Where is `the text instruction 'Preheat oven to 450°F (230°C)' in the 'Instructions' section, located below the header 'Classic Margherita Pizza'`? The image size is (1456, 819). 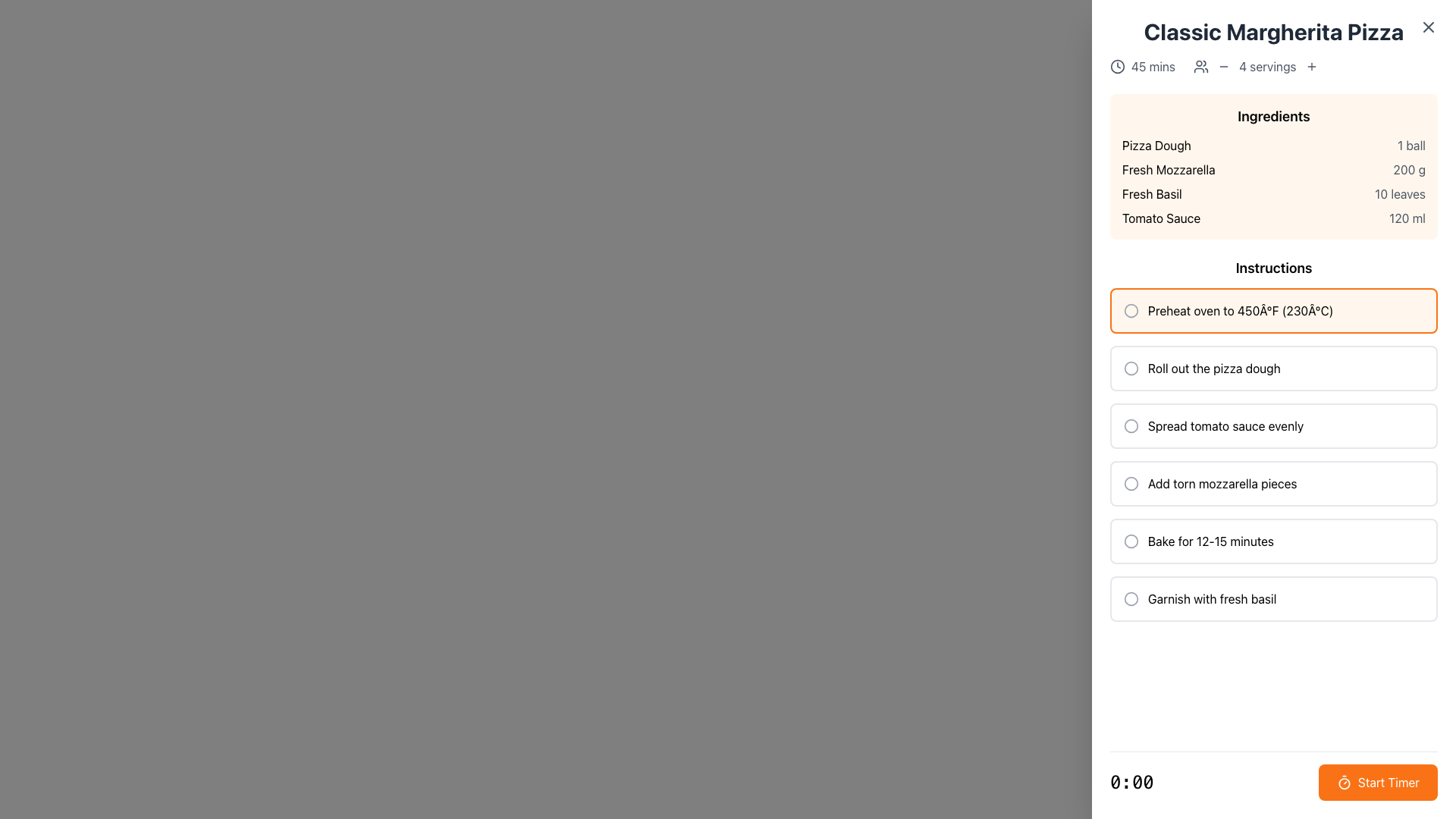
the text instruction 'Preheat oven to 450°F (230°C)' in the 'Instructions' section, located below the header 'Classic Margherita Pizza' is located at coordinates (1274, 309).